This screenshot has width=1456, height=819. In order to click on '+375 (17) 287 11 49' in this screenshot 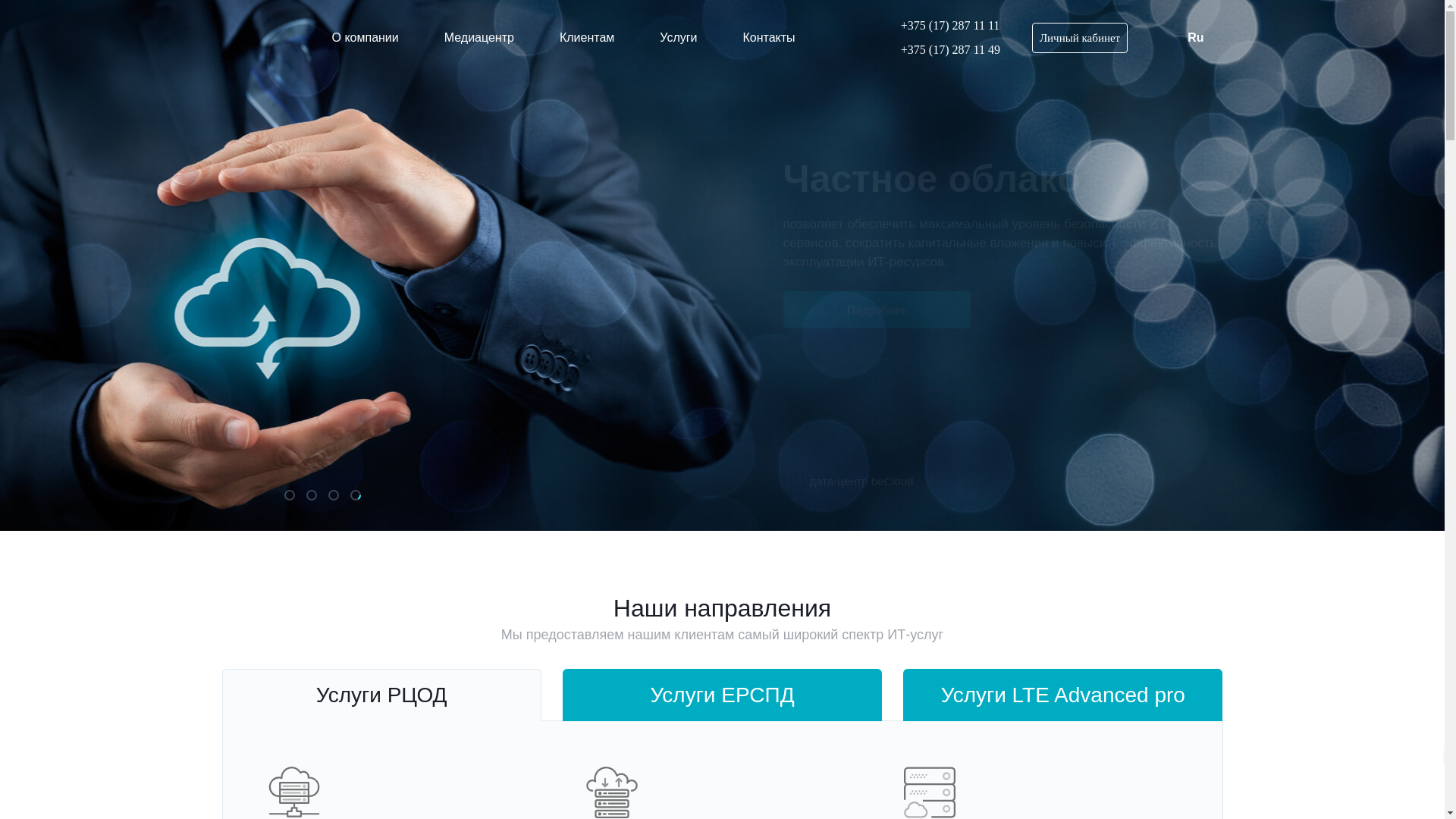, I will do `click(941, 49)`.